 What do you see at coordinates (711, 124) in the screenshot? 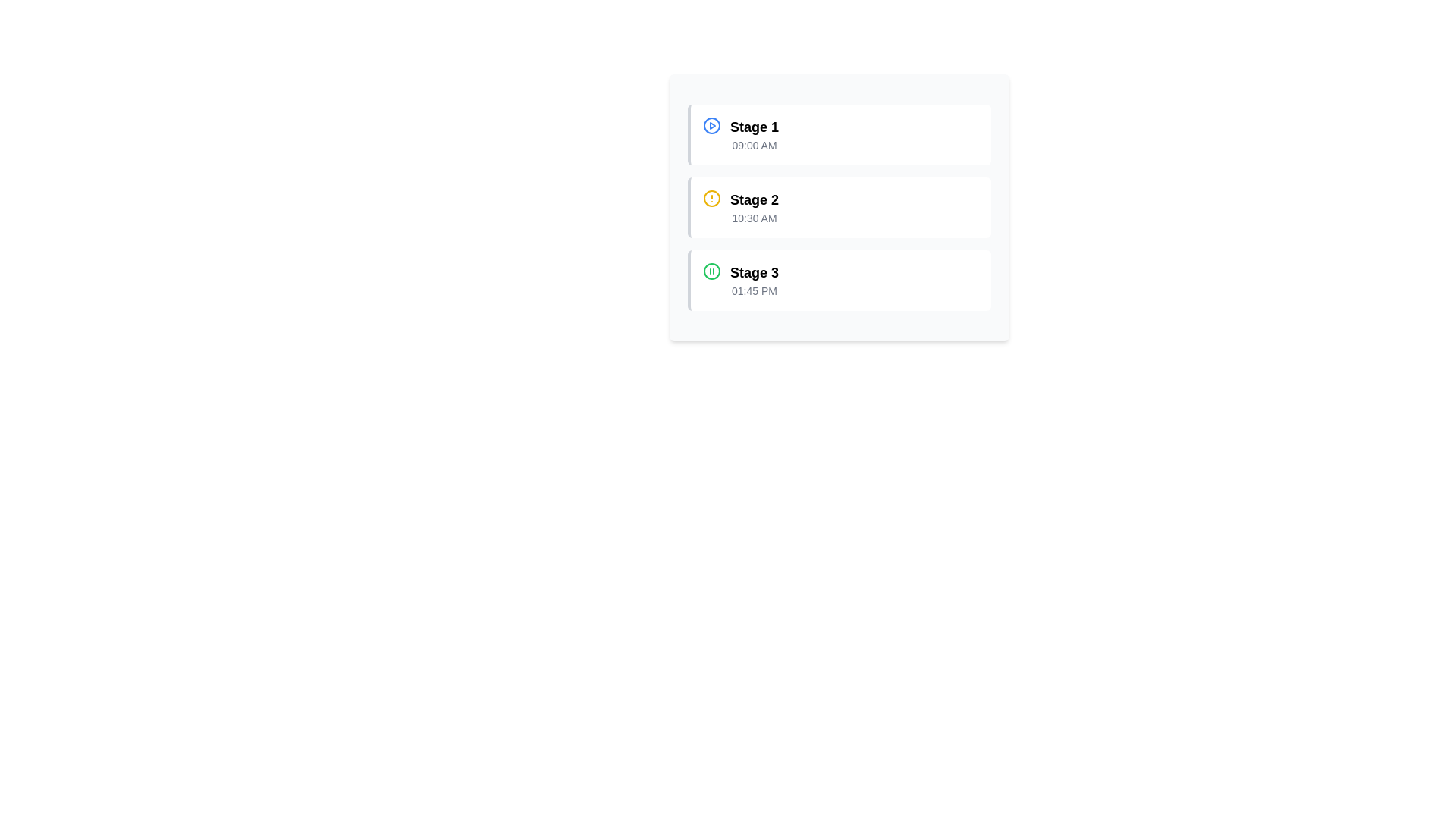
I see `the circular blue play button icon located to the left of the text 'Stage 1 09:00 AM'` at bounding box center [711, 124].